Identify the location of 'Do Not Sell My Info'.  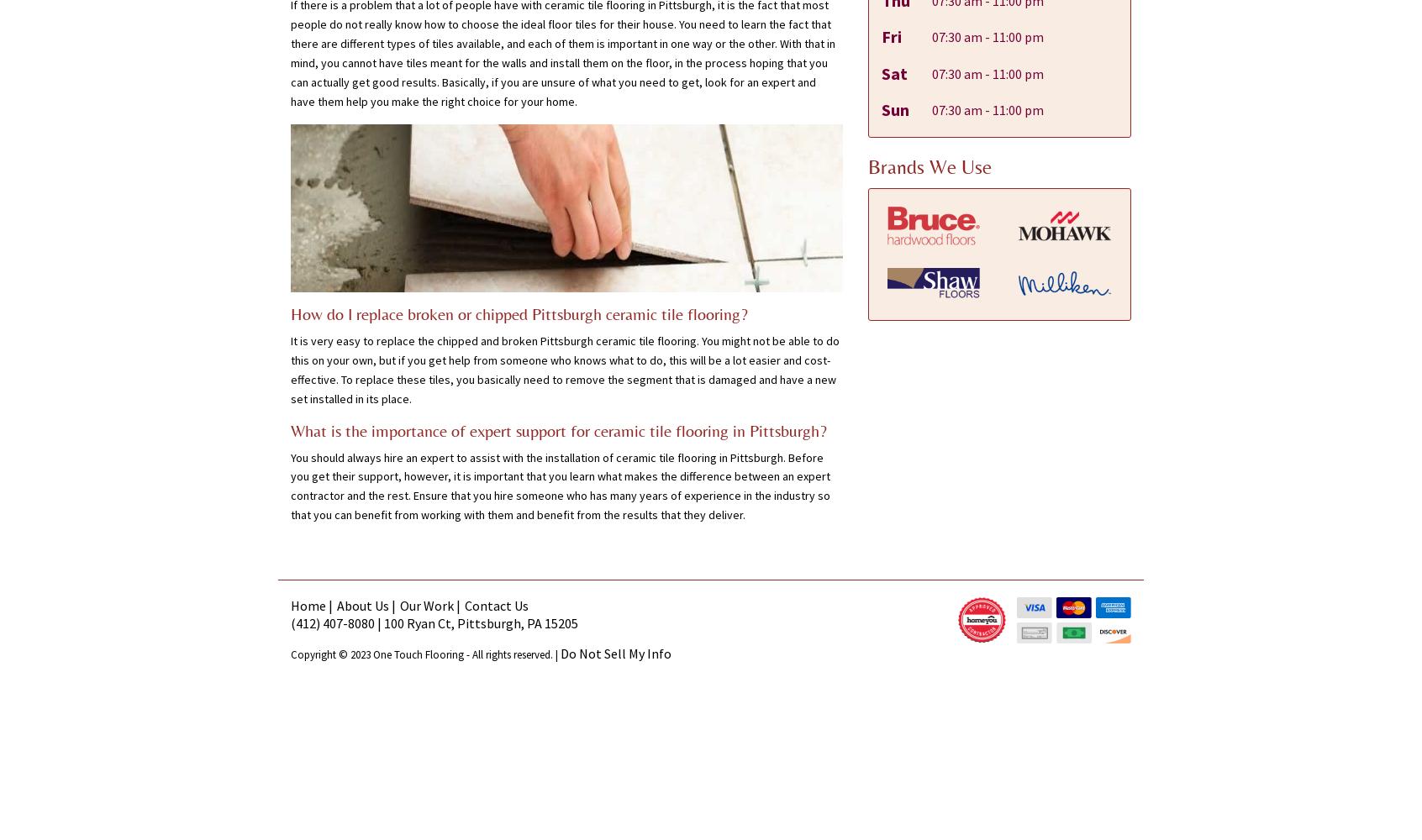
(614, 654).